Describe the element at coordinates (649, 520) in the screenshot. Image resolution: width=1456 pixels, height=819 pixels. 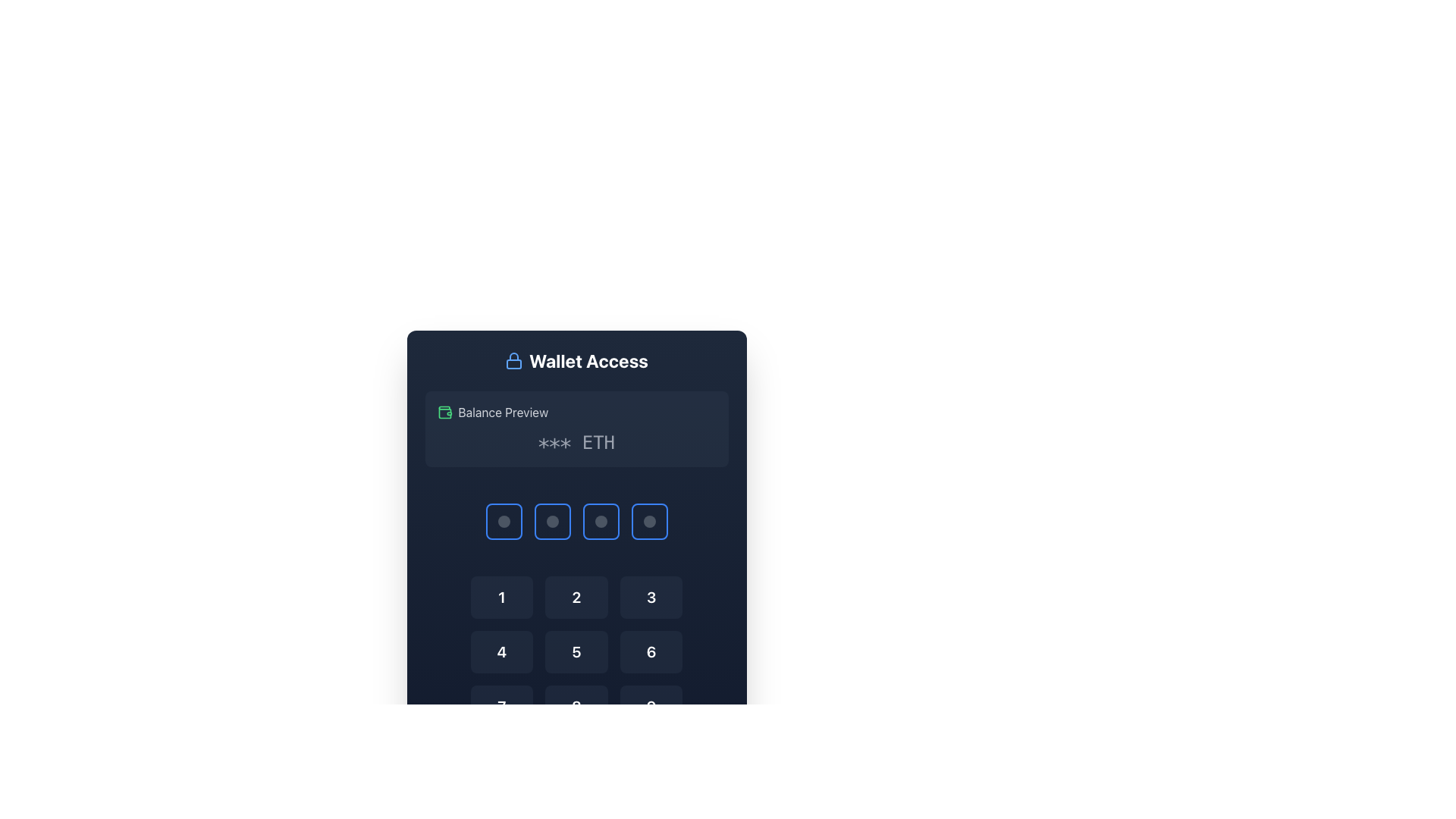
I see `the small gray circular indicator located in the bottom-right area of the interface, specifically the fourth element in a horizontal row of similar circular elements` at that location.